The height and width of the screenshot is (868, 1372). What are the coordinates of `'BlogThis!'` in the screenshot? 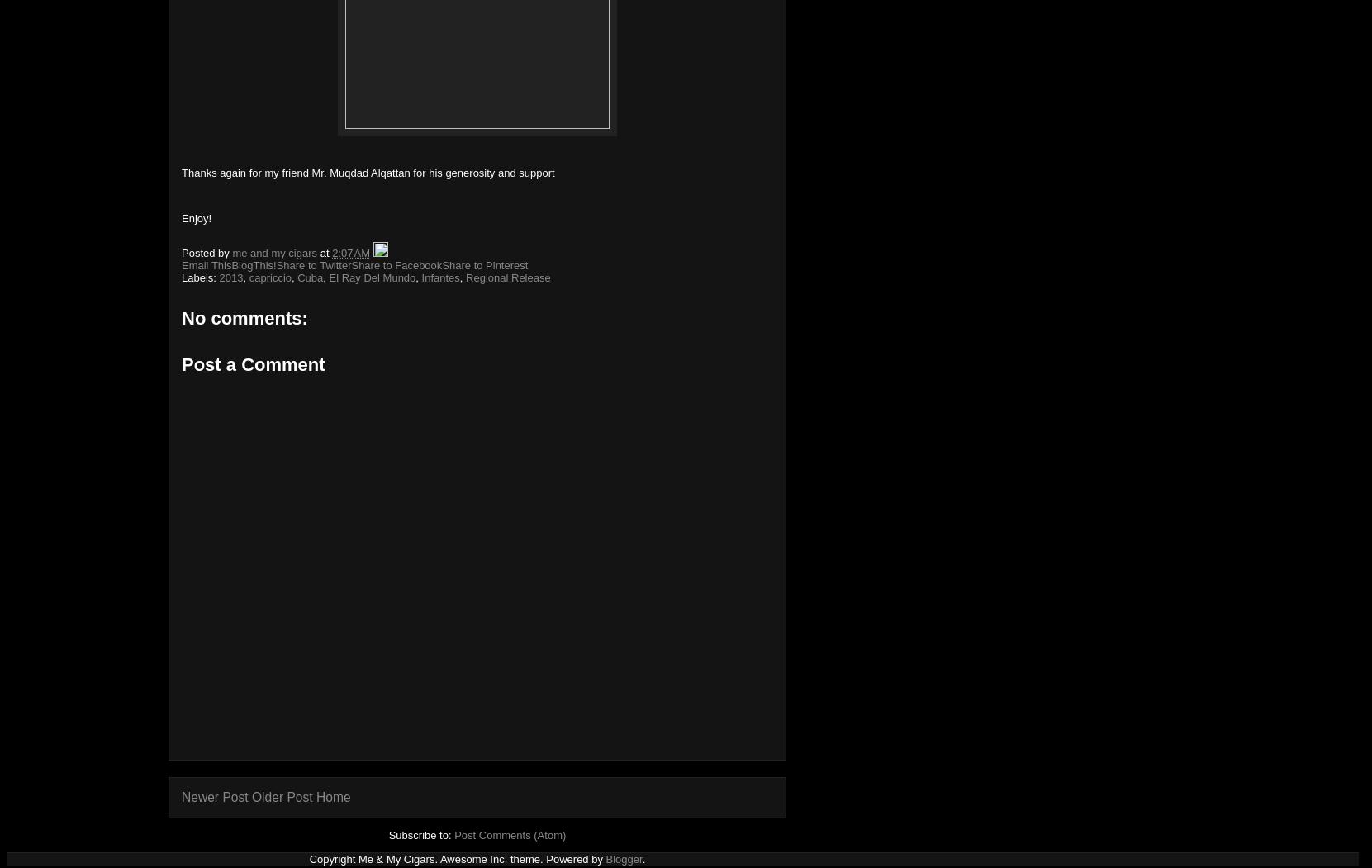 It's located at (253, 264).